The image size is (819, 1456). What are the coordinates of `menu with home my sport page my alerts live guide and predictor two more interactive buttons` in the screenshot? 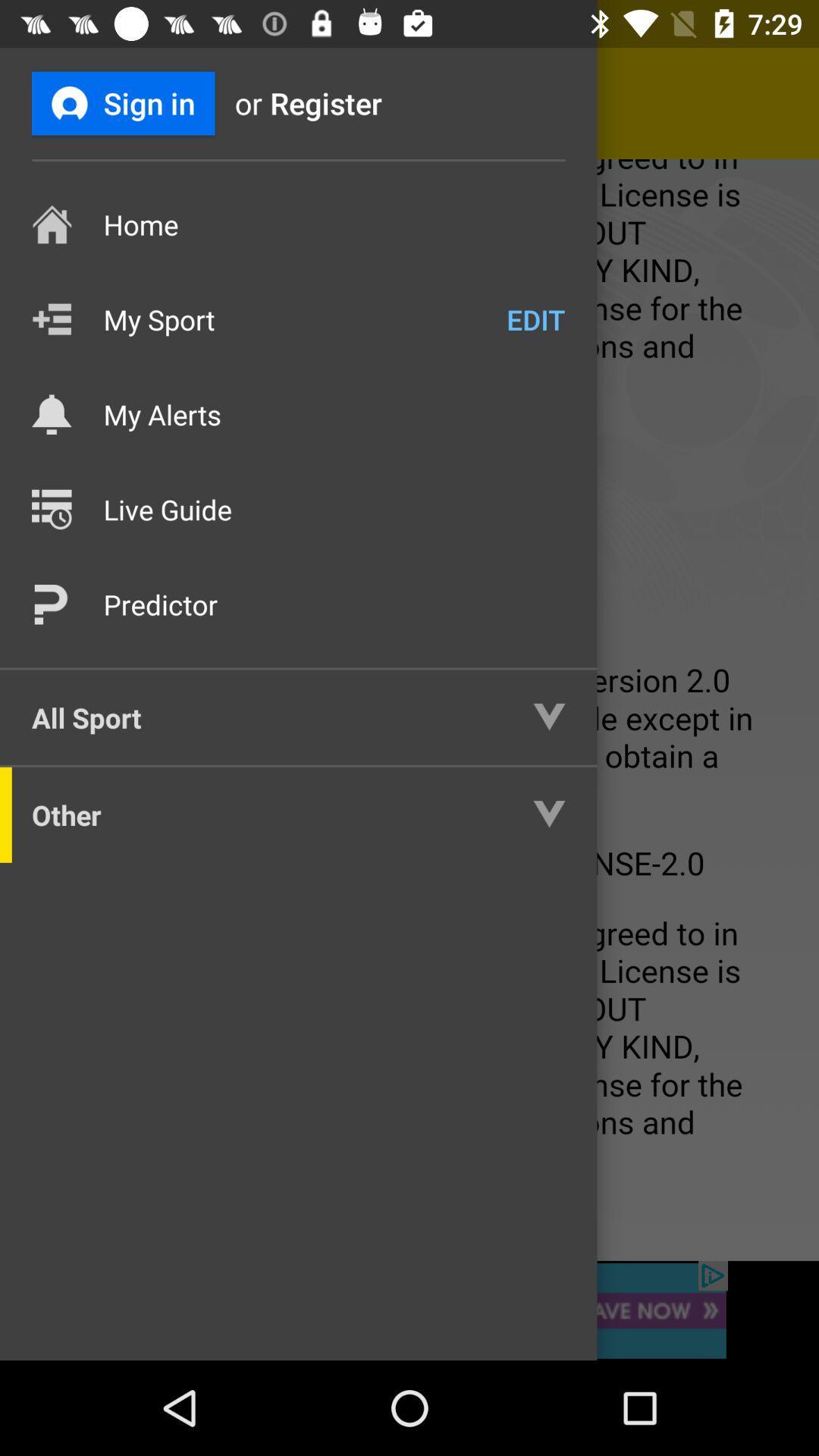 It's located at (409, 709).